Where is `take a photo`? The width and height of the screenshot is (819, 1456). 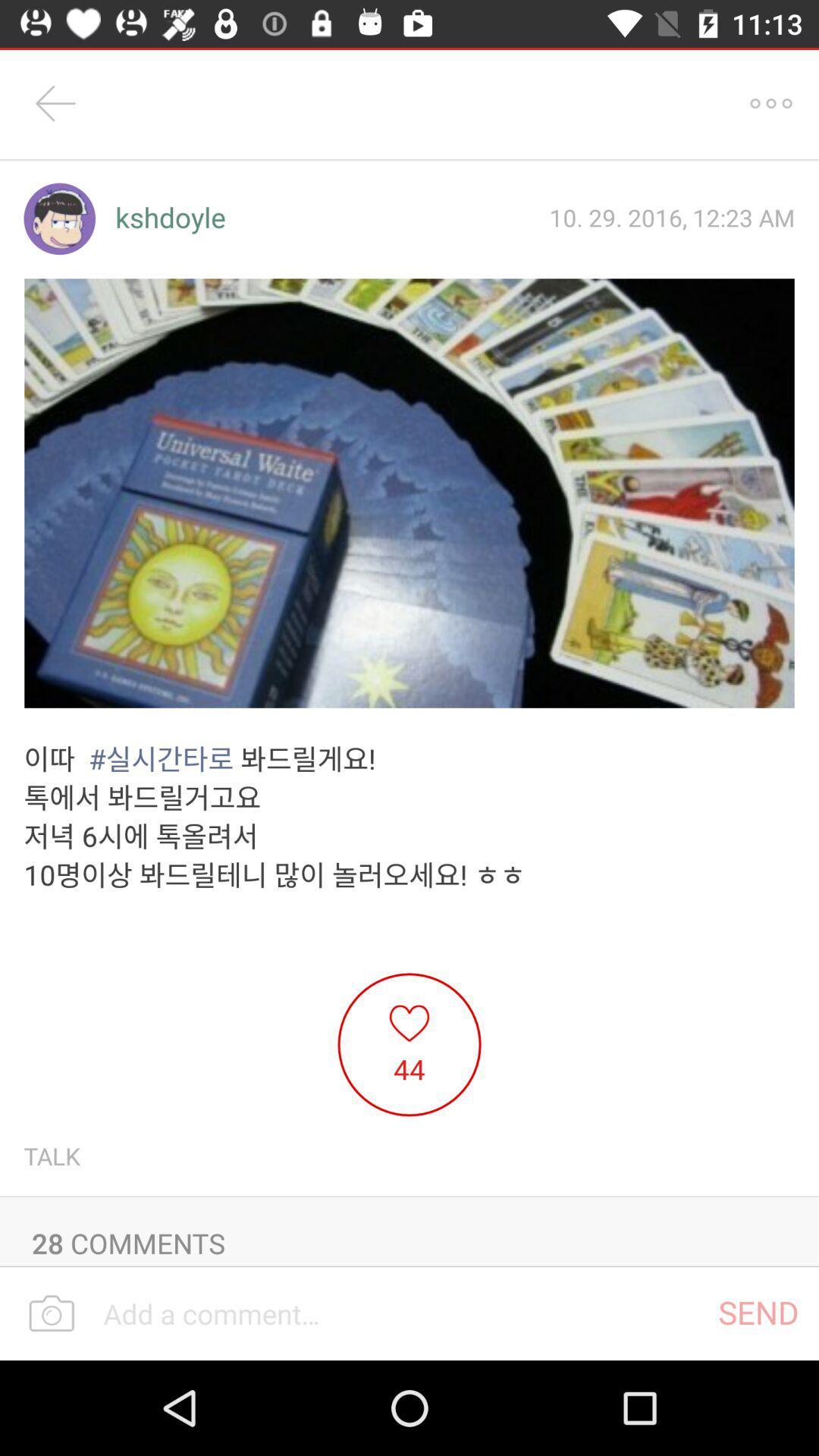
take a photo is located at coordinates (51, 1313).